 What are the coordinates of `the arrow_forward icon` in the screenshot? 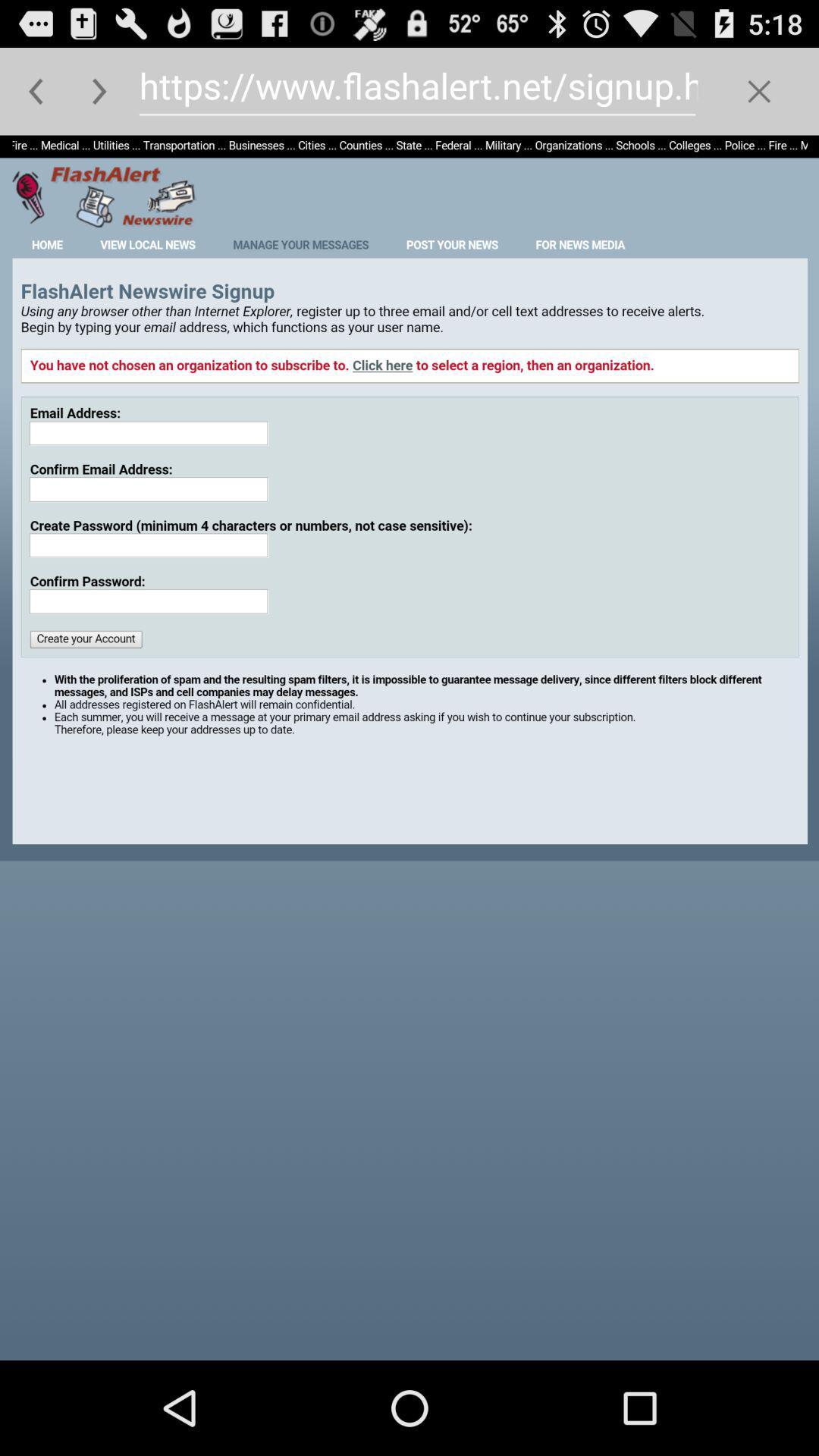 It's located at (99, 97).